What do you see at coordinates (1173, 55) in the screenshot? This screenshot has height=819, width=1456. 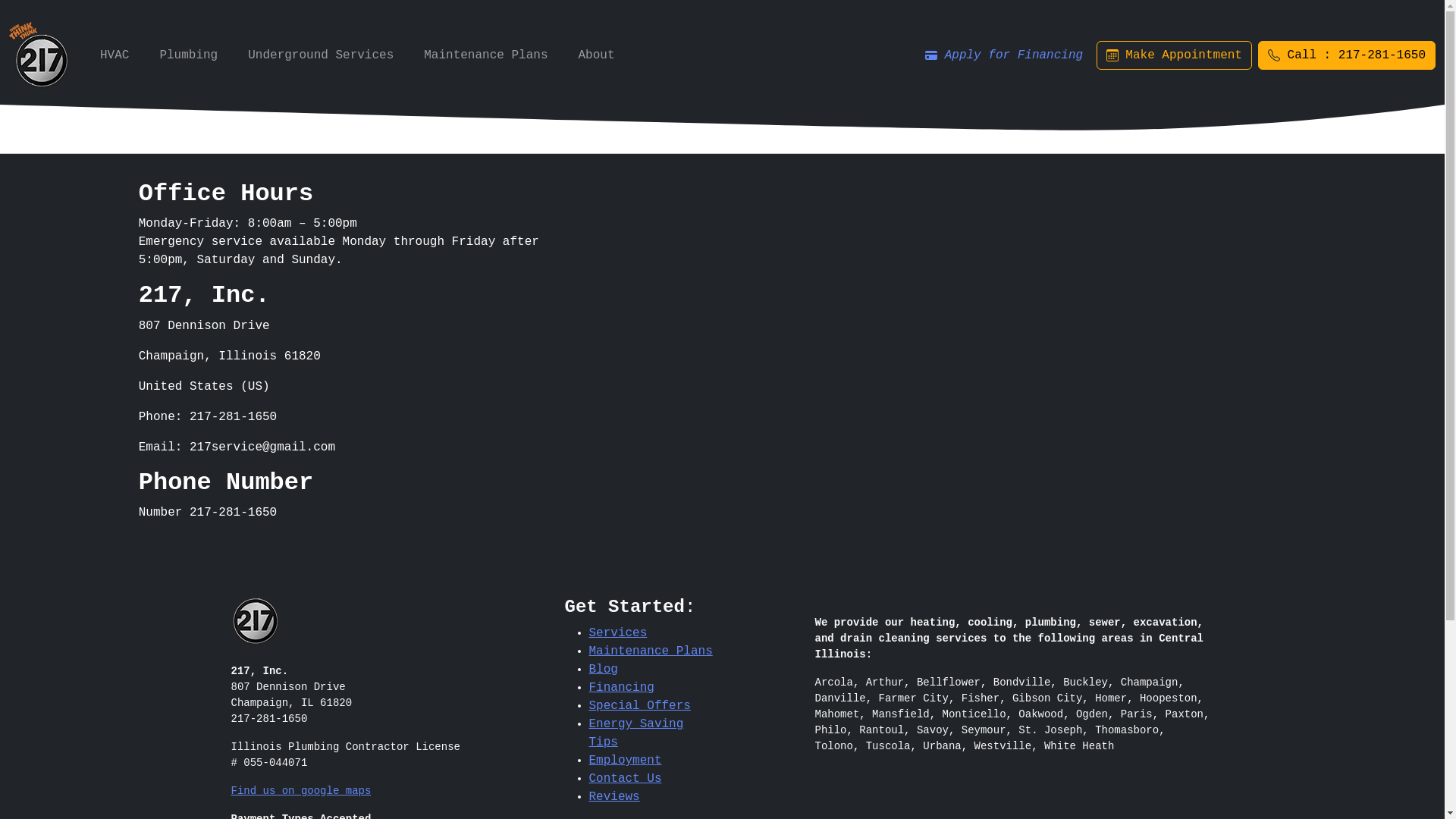 I see `'Make Appointment'` at bounding box center [1173, 55].